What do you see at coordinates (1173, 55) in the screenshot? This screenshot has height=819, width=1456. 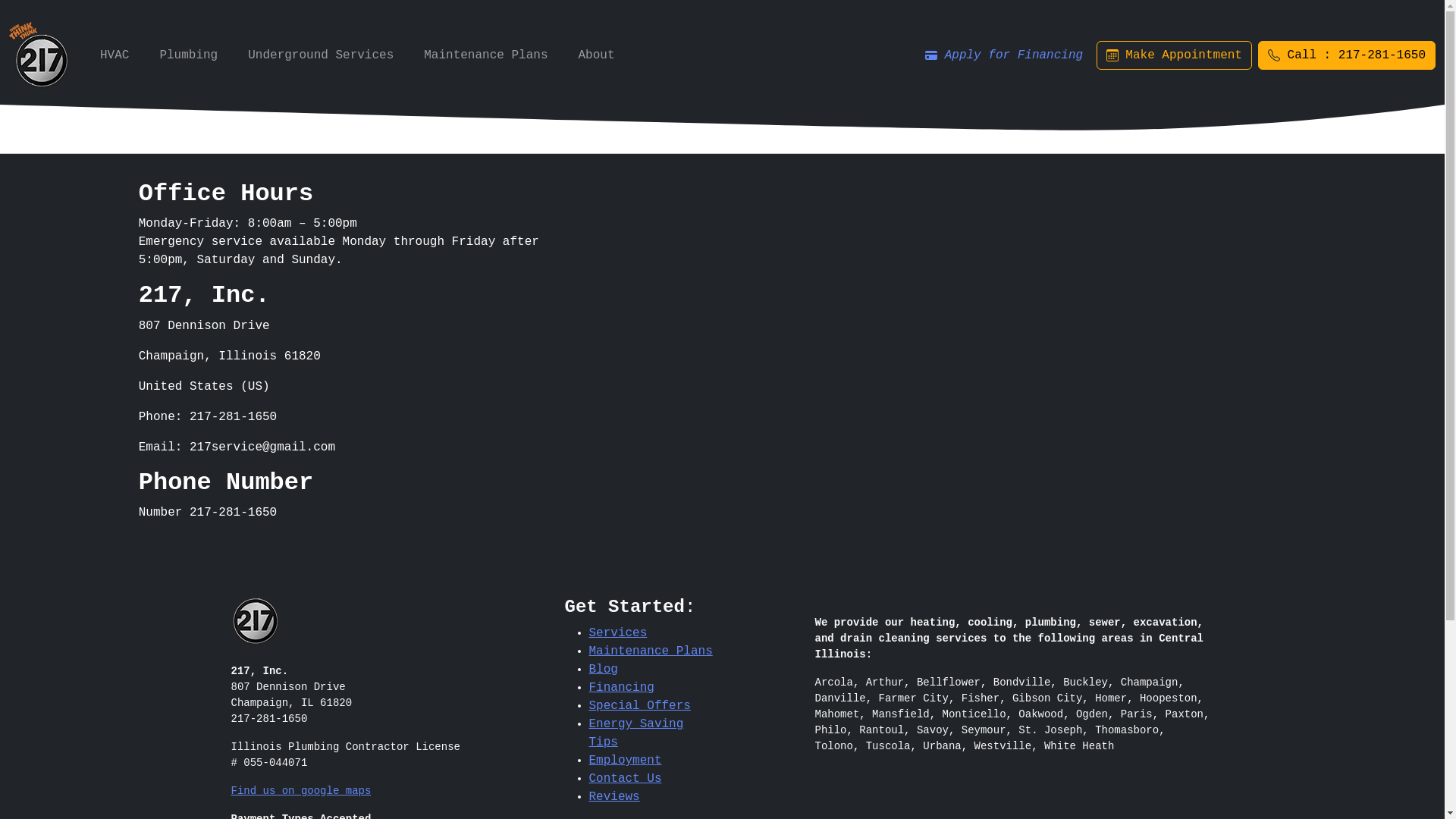 I see `'Make Appointment'` at bounding box center [1173, 55].